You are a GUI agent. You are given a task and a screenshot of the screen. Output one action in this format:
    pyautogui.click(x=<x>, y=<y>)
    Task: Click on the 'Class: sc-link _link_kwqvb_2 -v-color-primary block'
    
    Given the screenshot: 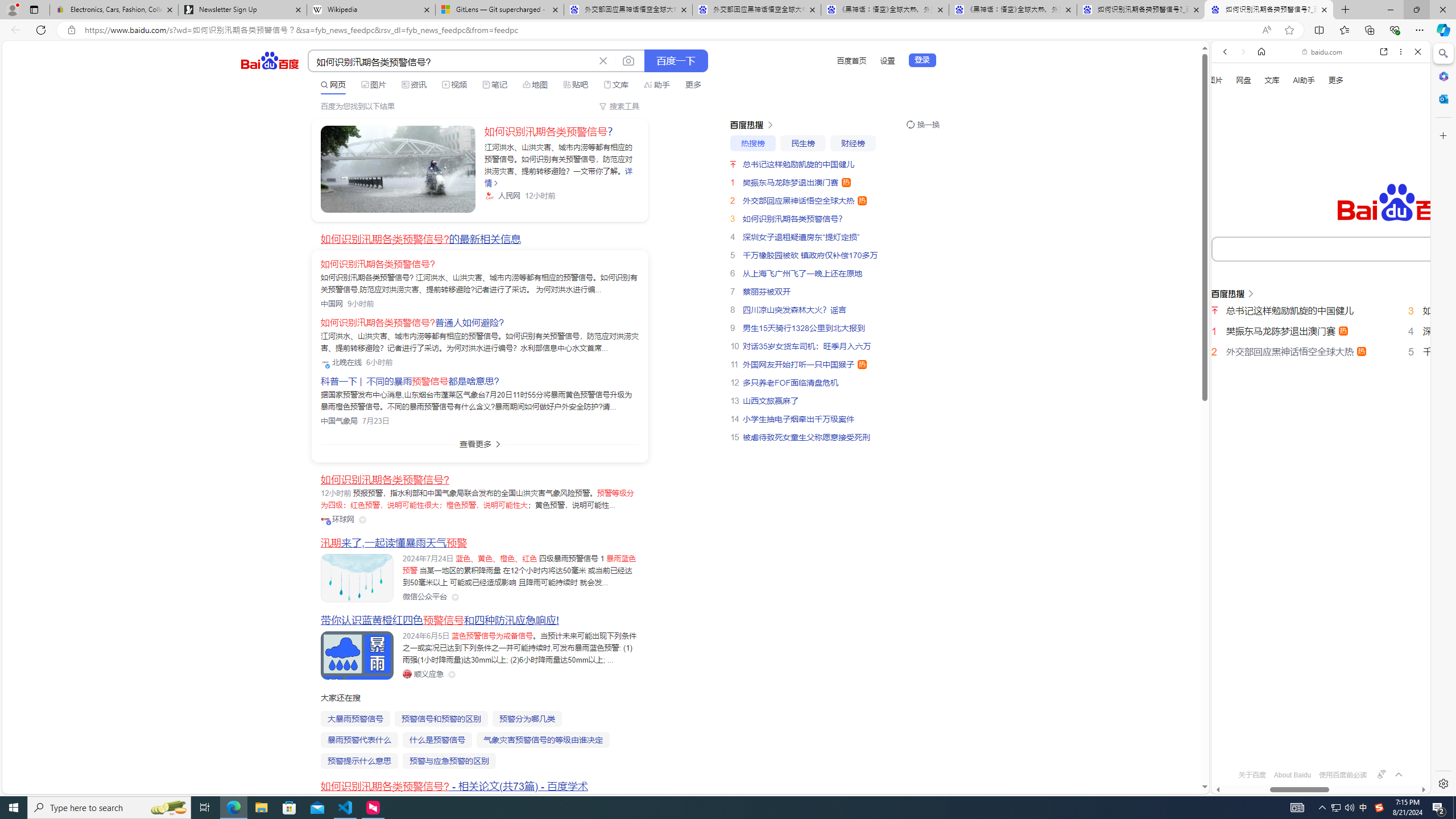 What is the action you would take?
    pyautogui.click(x=398, y=168)
    